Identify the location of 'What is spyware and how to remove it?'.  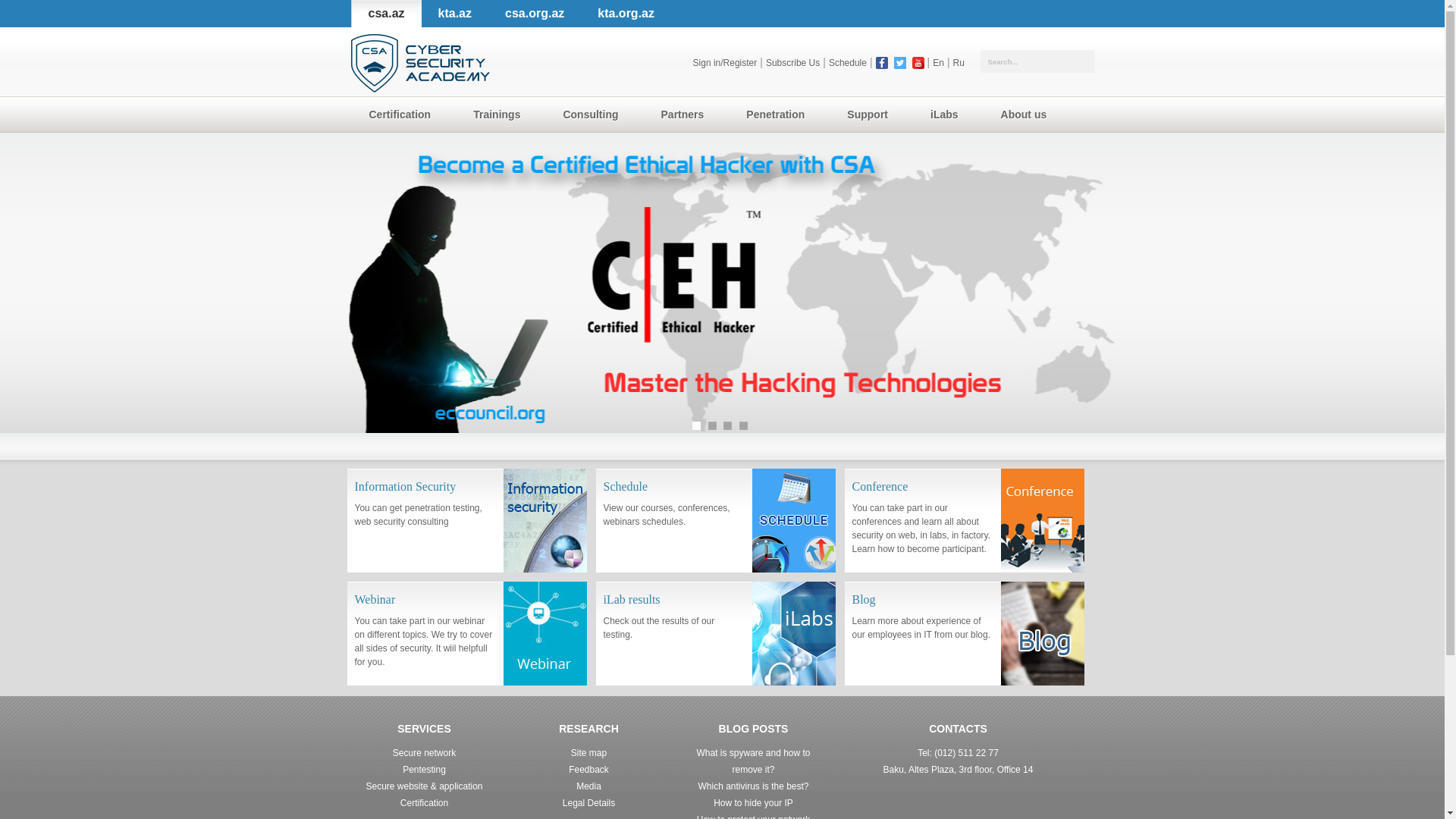
(753, 761).